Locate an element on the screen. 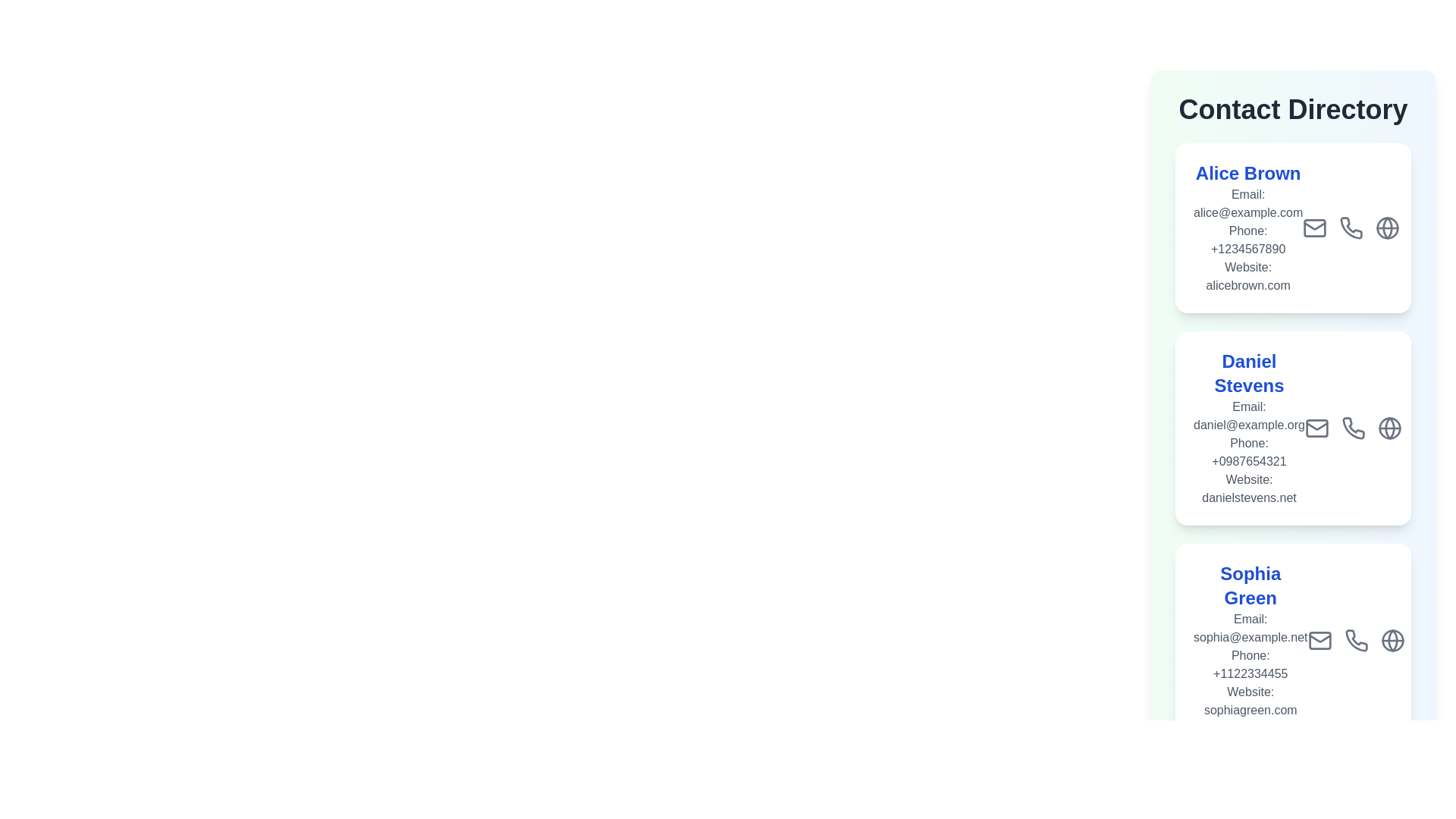  the text element corresponding to Sophia Green is located at coordinates (1250, 585).